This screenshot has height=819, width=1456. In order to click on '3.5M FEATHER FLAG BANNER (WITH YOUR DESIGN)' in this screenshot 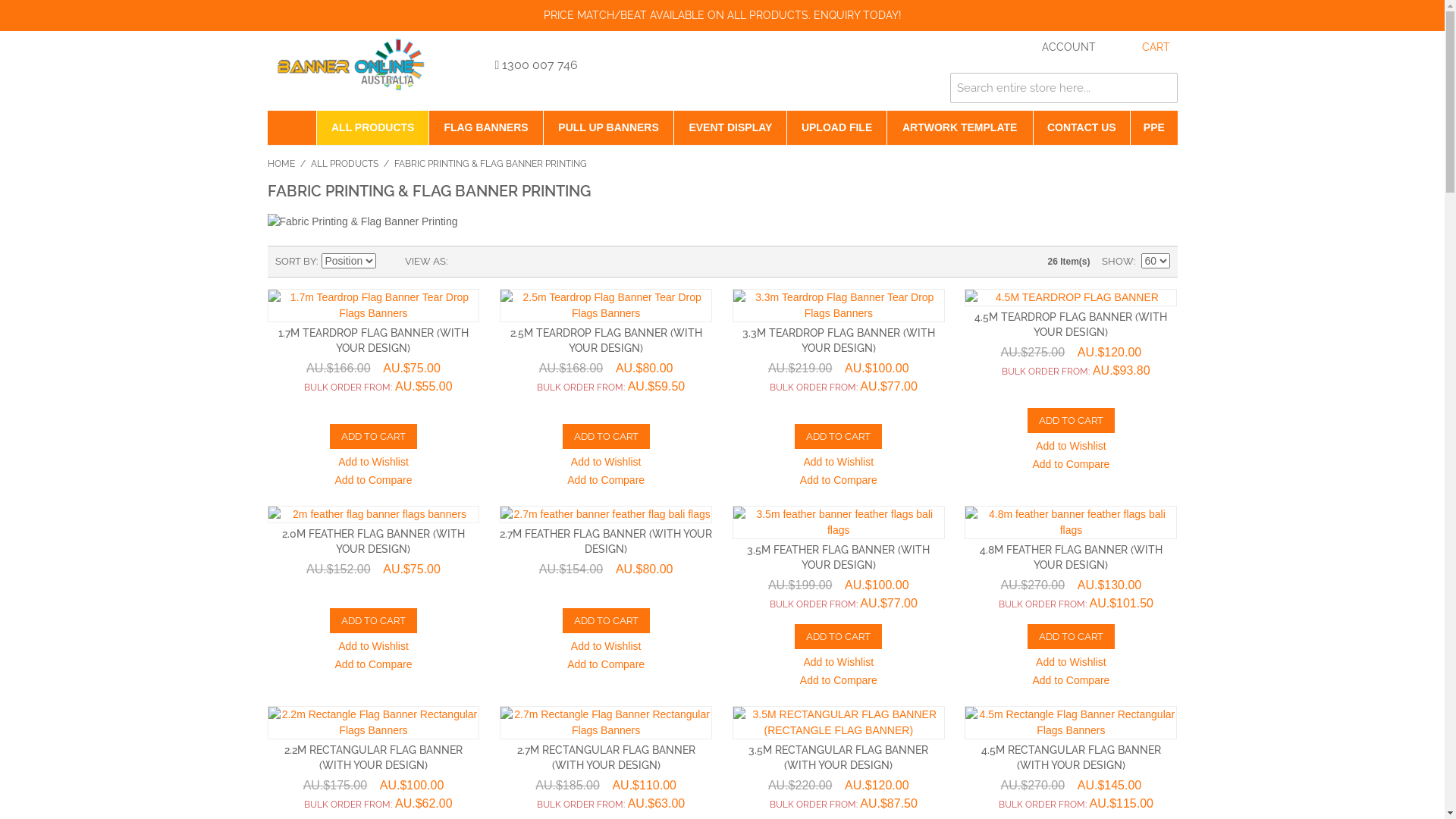, I will do `click(746, 557)`.